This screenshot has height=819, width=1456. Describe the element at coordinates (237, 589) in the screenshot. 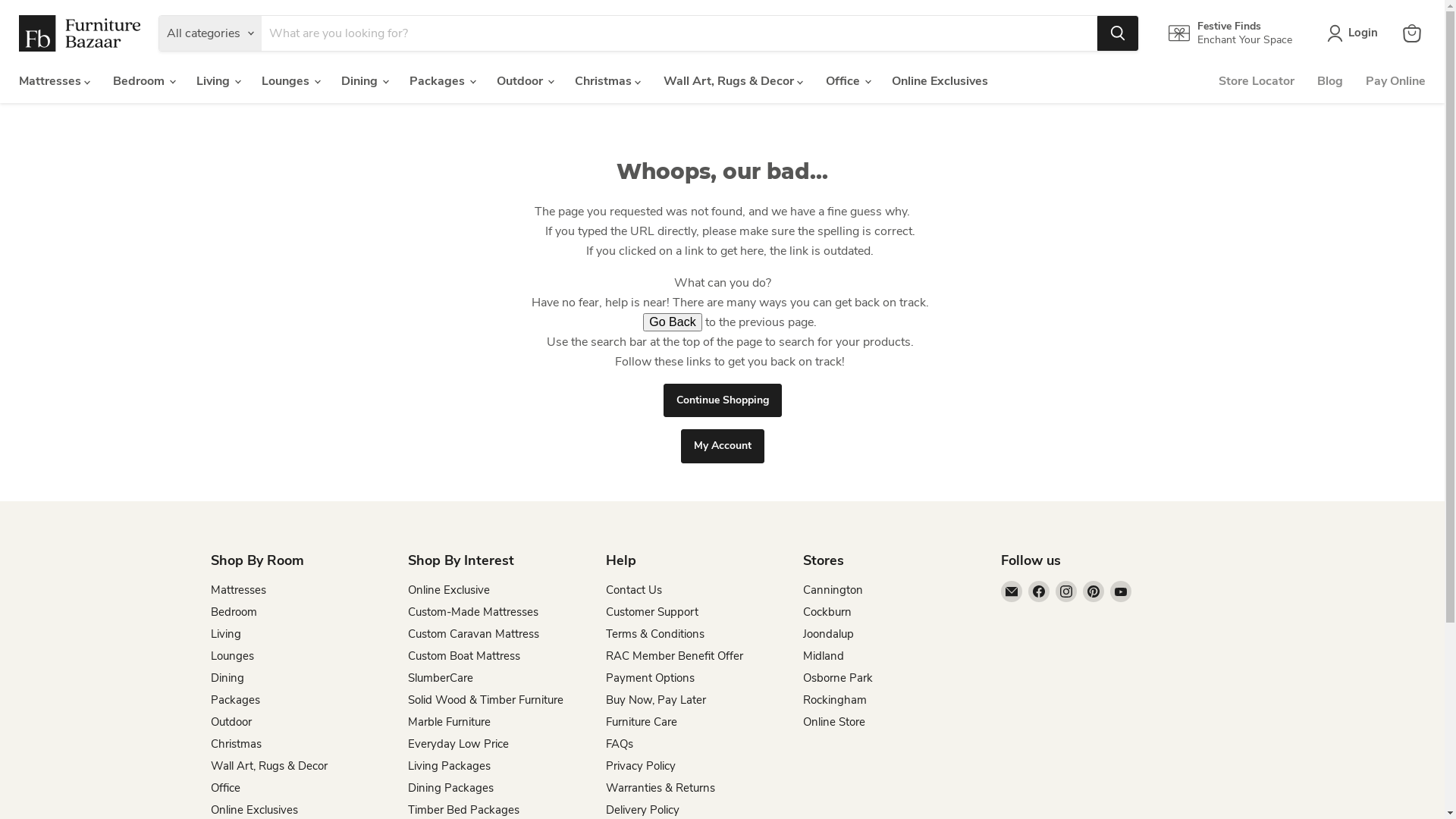

I see `'Mattresses'` at that location.